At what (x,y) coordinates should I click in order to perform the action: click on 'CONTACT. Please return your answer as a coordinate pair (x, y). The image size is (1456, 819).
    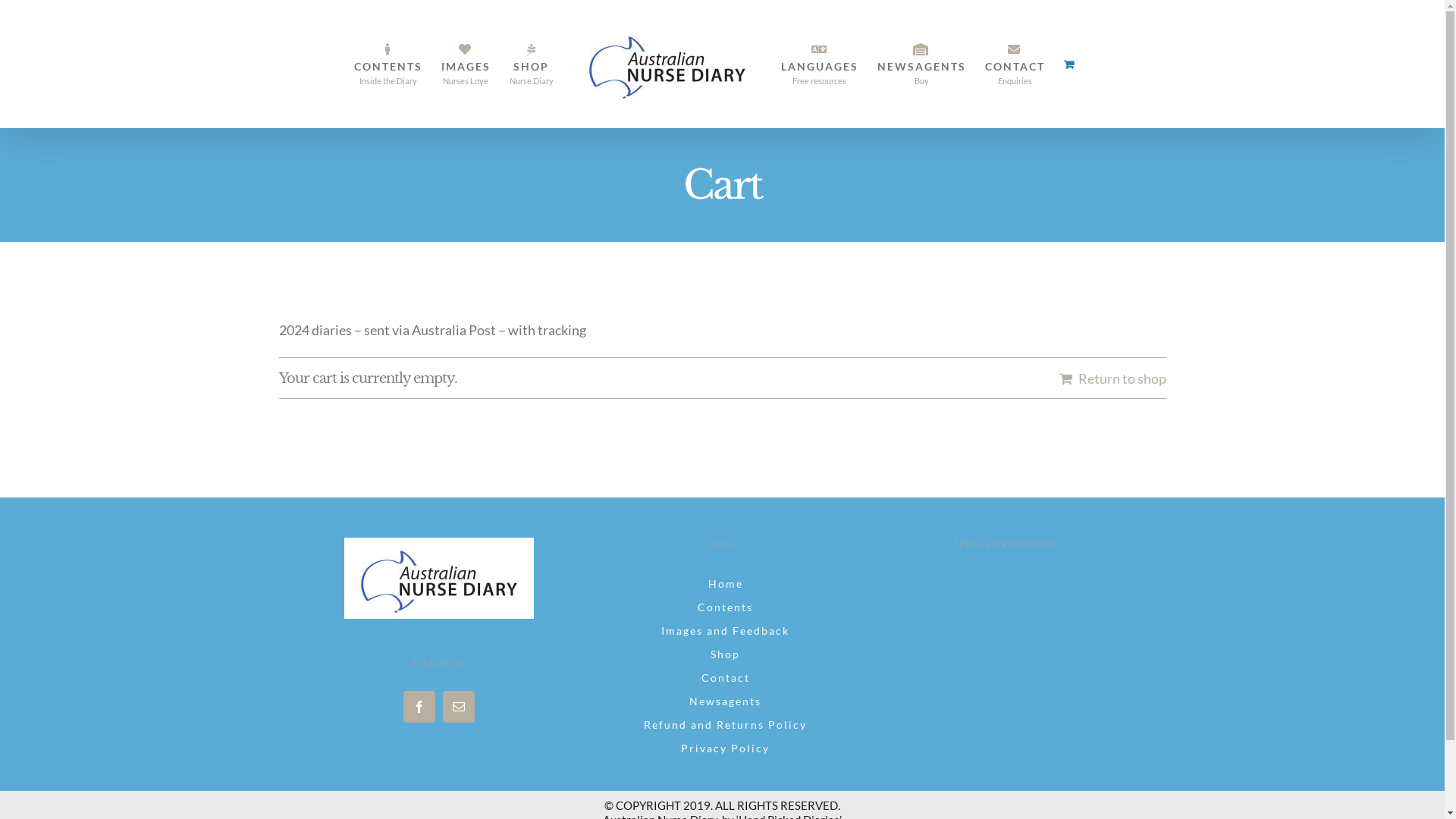
    Looking at the image, I should click on (1014, 63).